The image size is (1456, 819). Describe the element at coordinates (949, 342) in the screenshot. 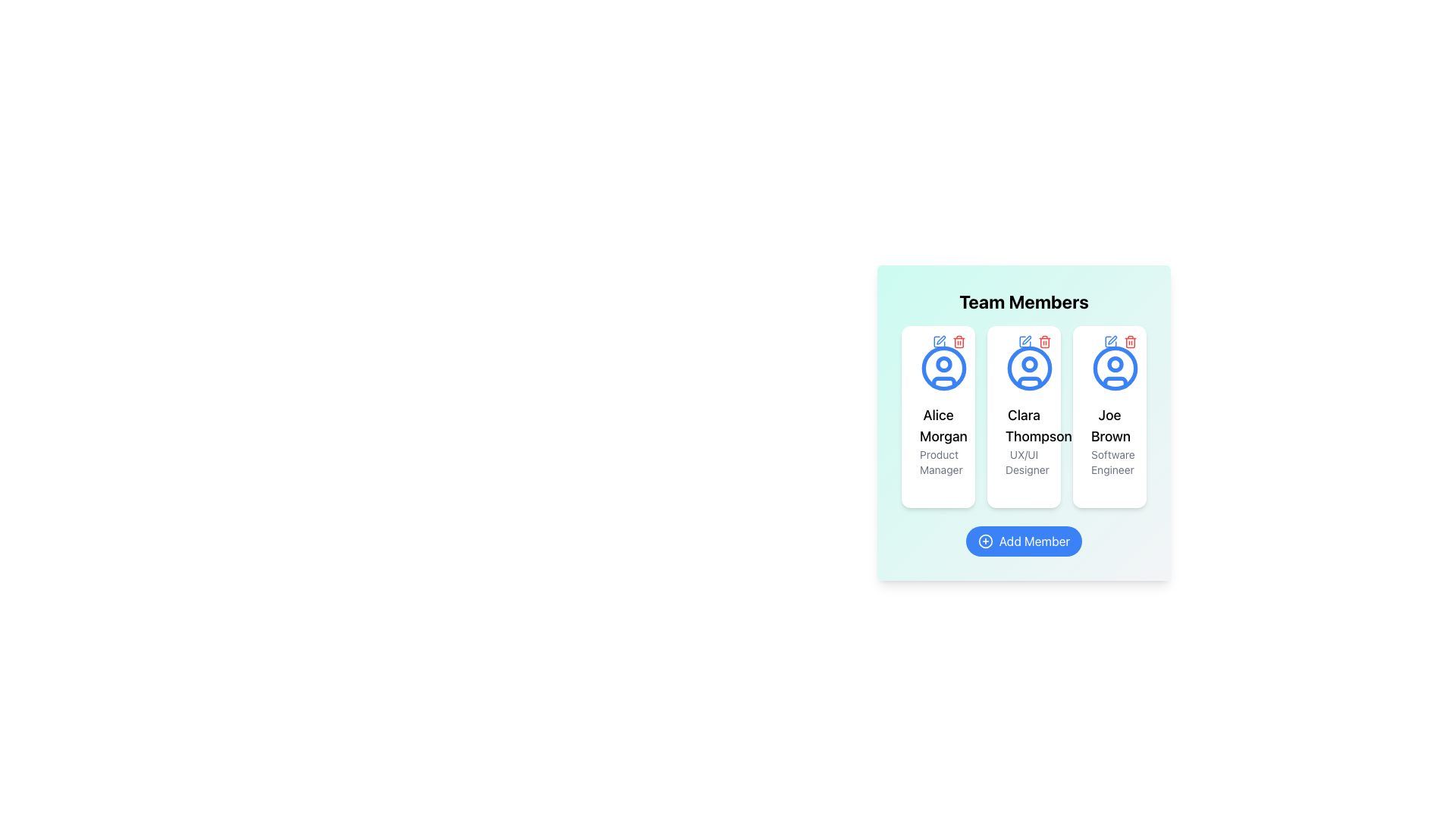

I see `the Button Group in the upper-right corner of the card for 'Alice Morgan'` at that location.